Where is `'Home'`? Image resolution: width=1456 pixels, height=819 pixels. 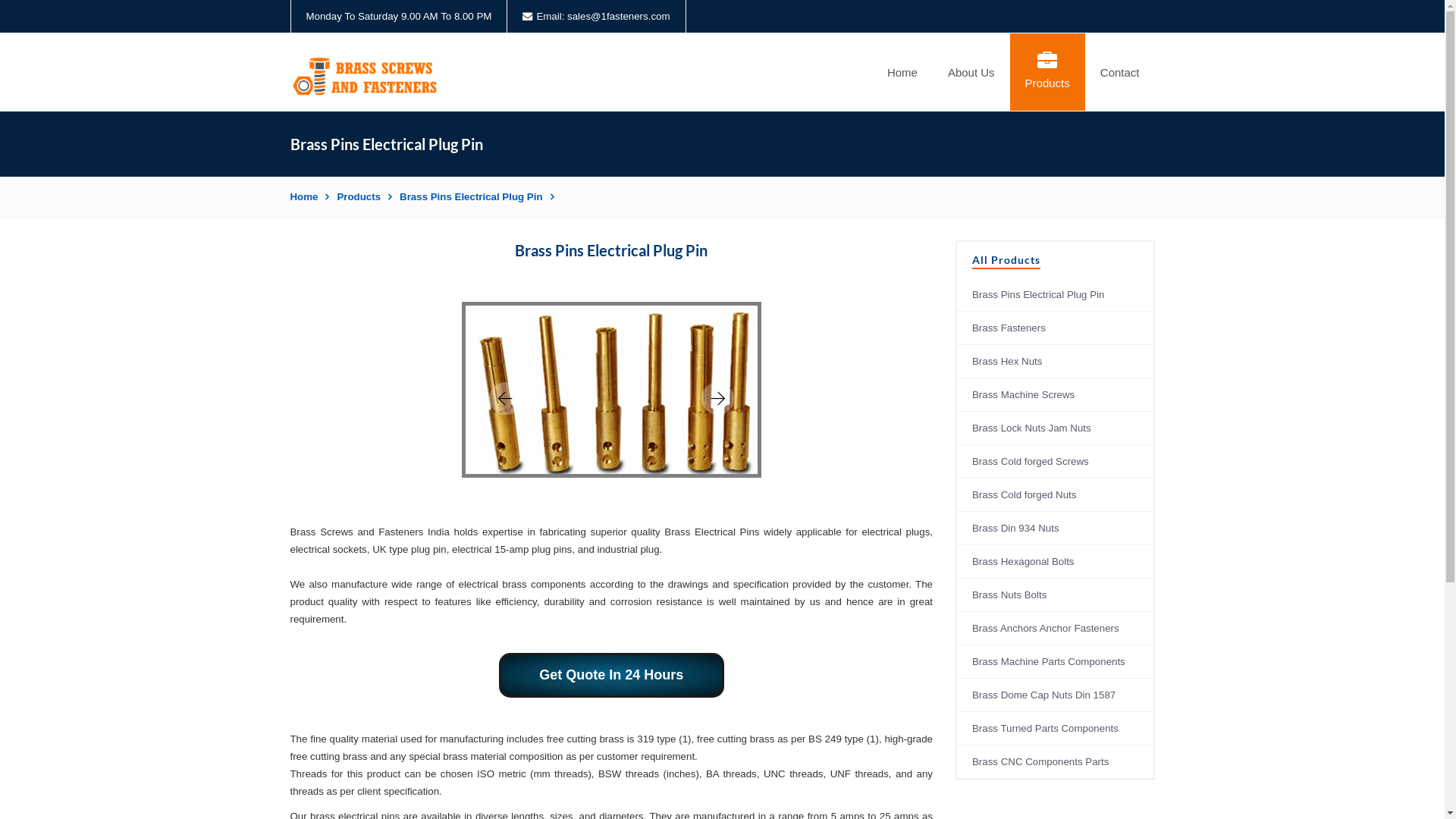 'Home' is located at coordinates (309, 196).